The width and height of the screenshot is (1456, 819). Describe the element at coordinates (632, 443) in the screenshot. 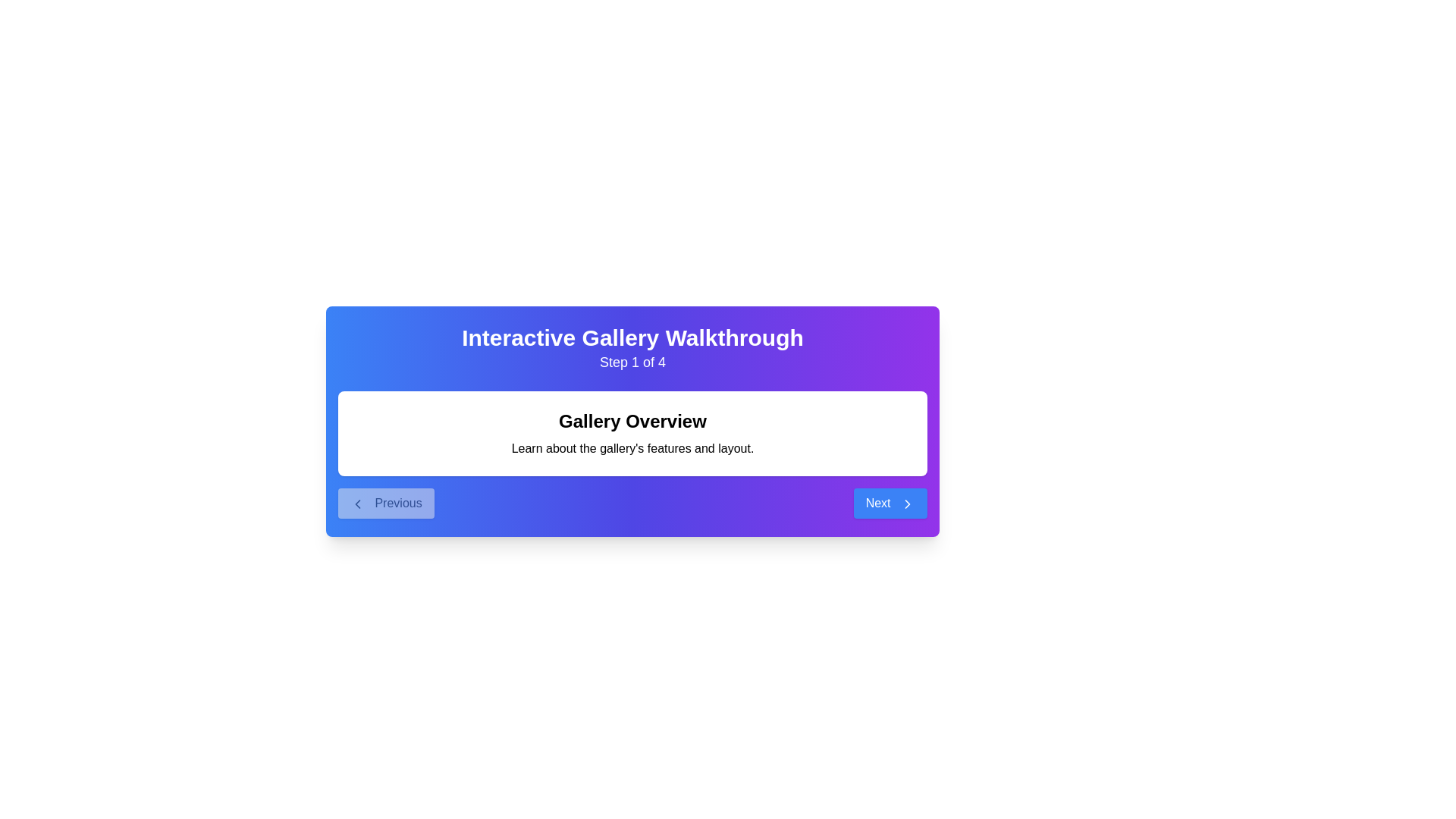

I see `the Informational Card located at the center of the interface, positioned below the header and above the navigation buttons labeled 'Previous' and 'Next'` at that location.